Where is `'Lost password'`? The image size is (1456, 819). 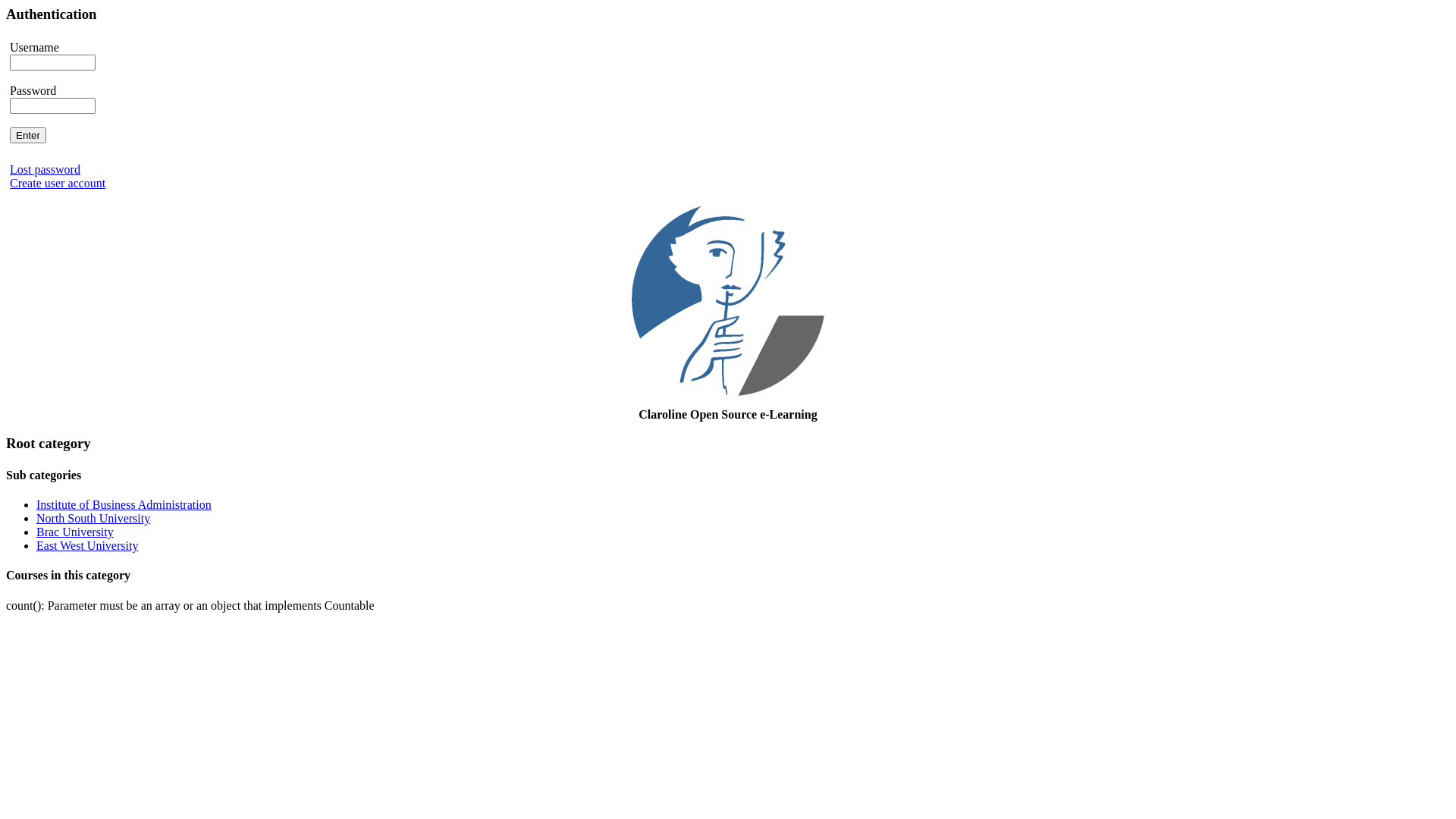 'Lost password' is located at coordinates (45, 169).